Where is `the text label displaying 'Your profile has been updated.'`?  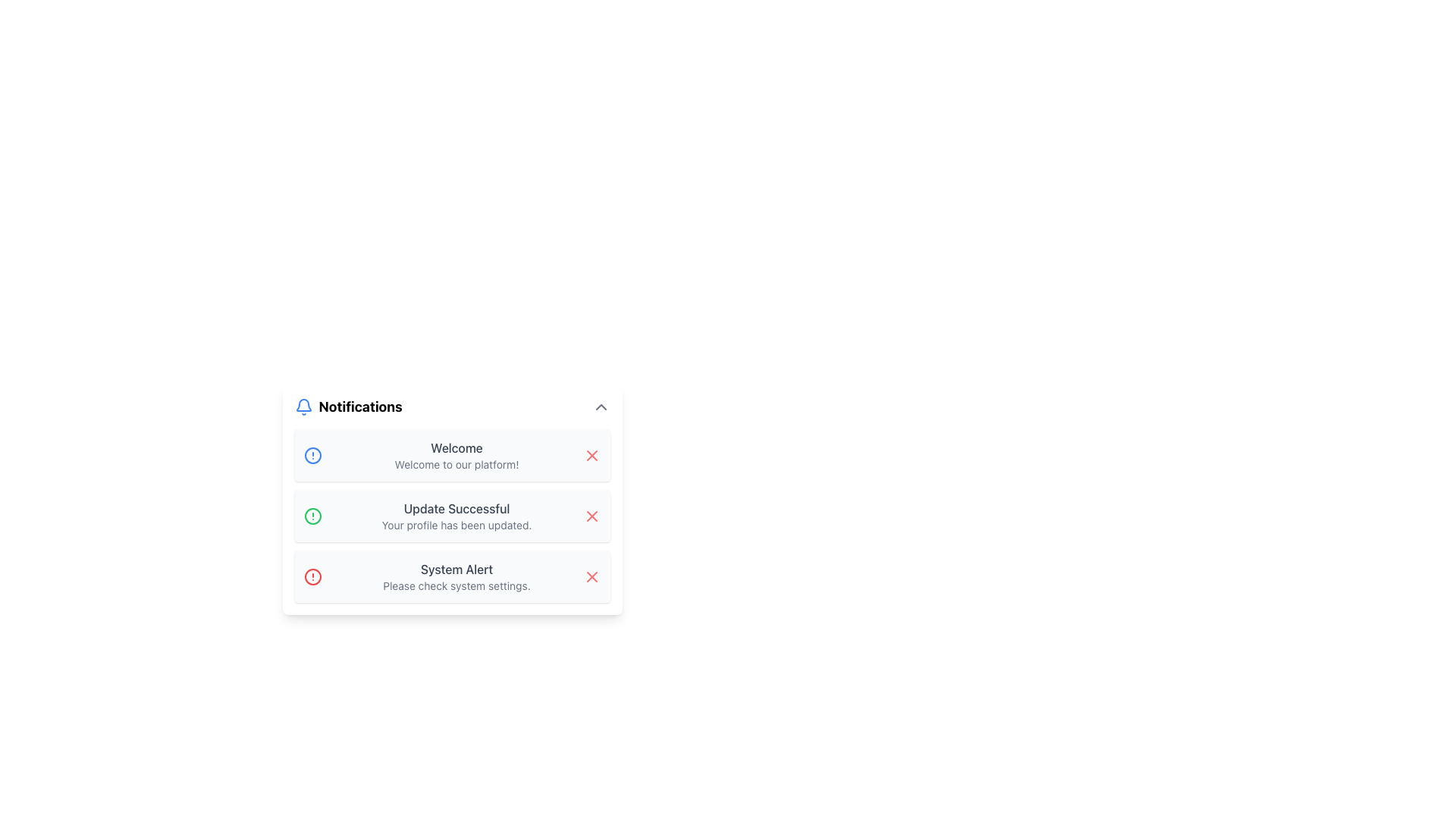 the text label displaying 'Your profile has been updated.' is located at coordinates (456, 525).